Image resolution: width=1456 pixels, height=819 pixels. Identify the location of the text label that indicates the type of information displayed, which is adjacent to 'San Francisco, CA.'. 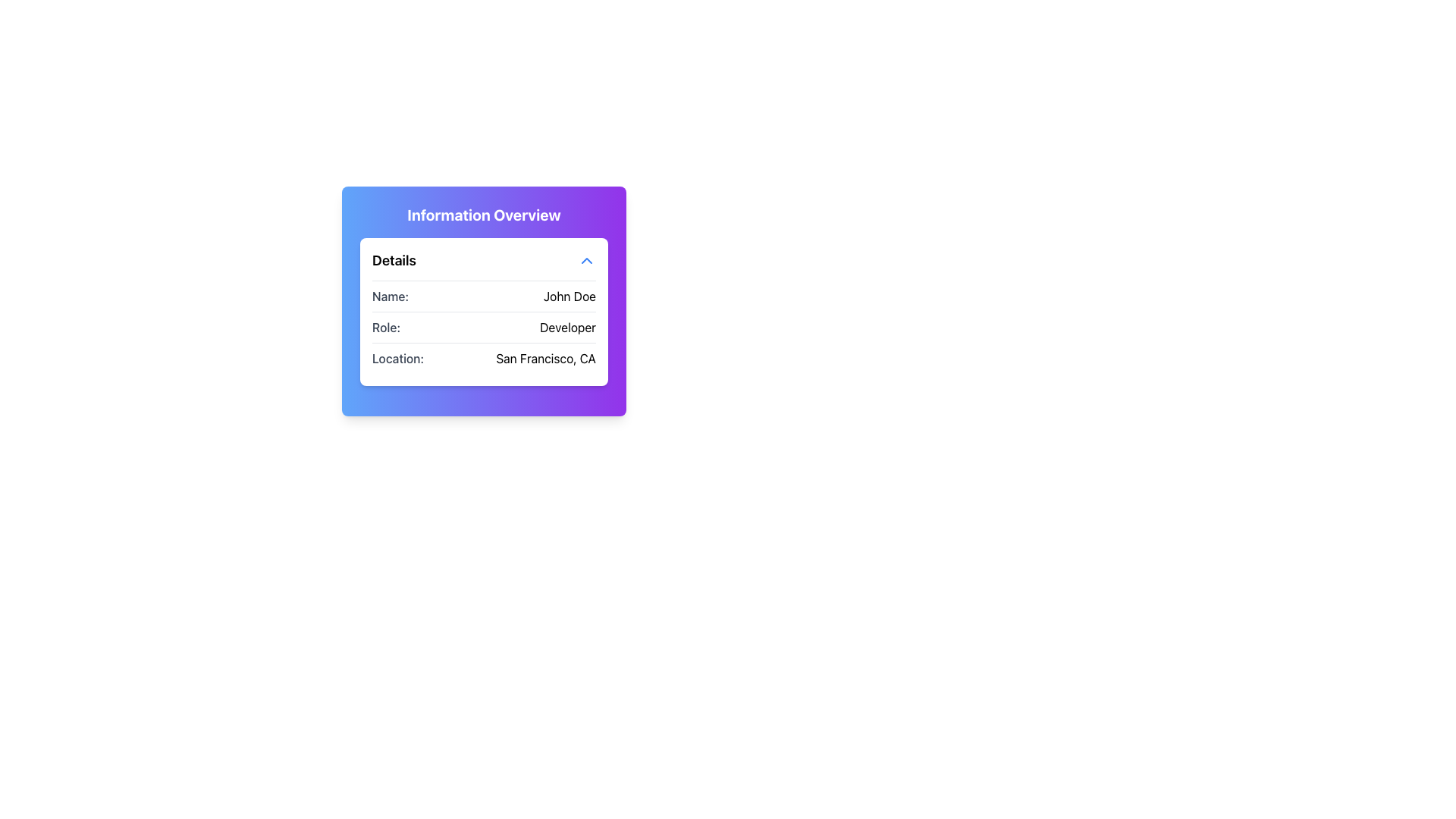
(398, 359).